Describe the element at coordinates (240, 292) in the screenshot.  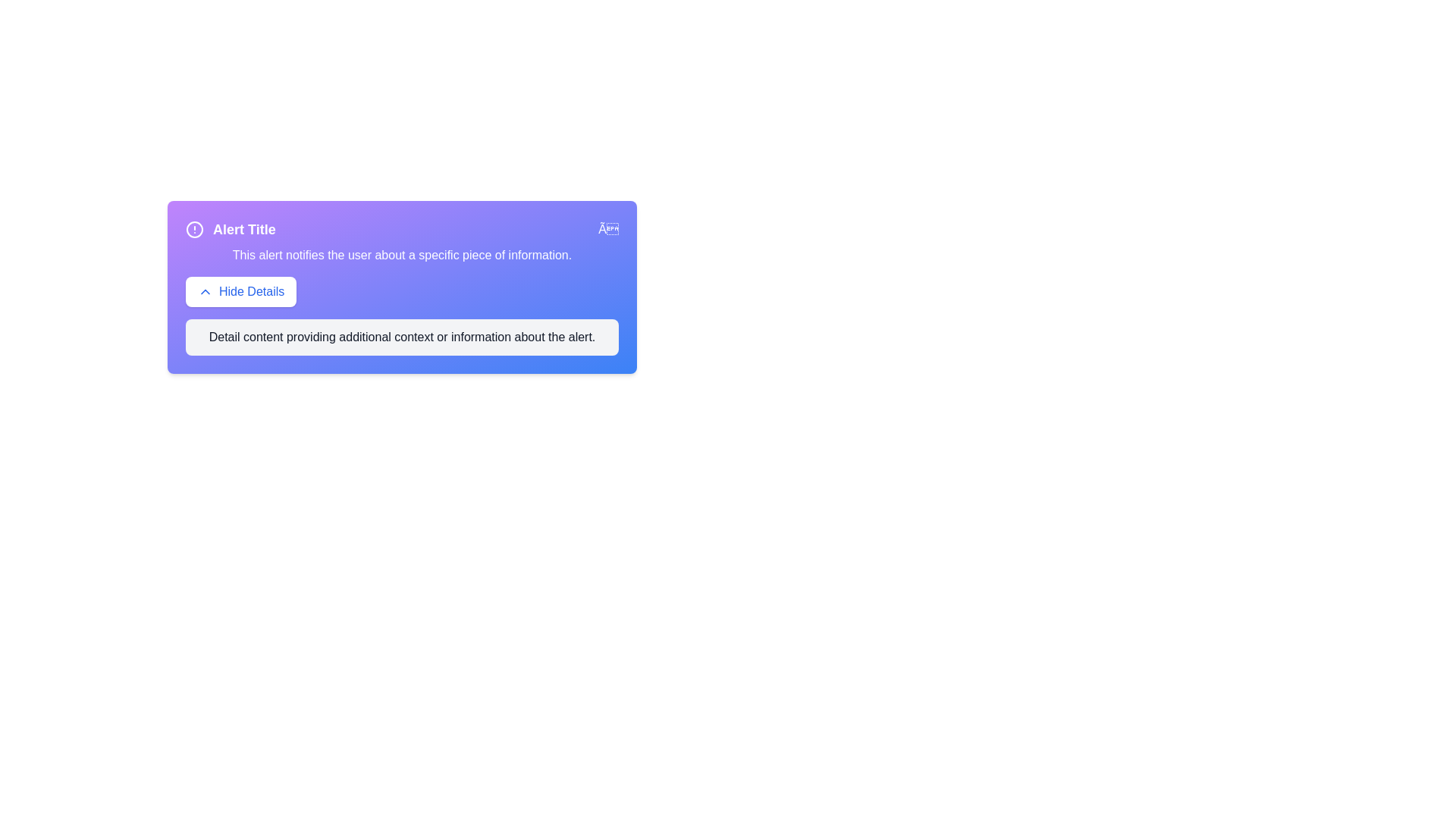
I see `the 'Hide Details' button to toggle the visibility of the details section` at that location.